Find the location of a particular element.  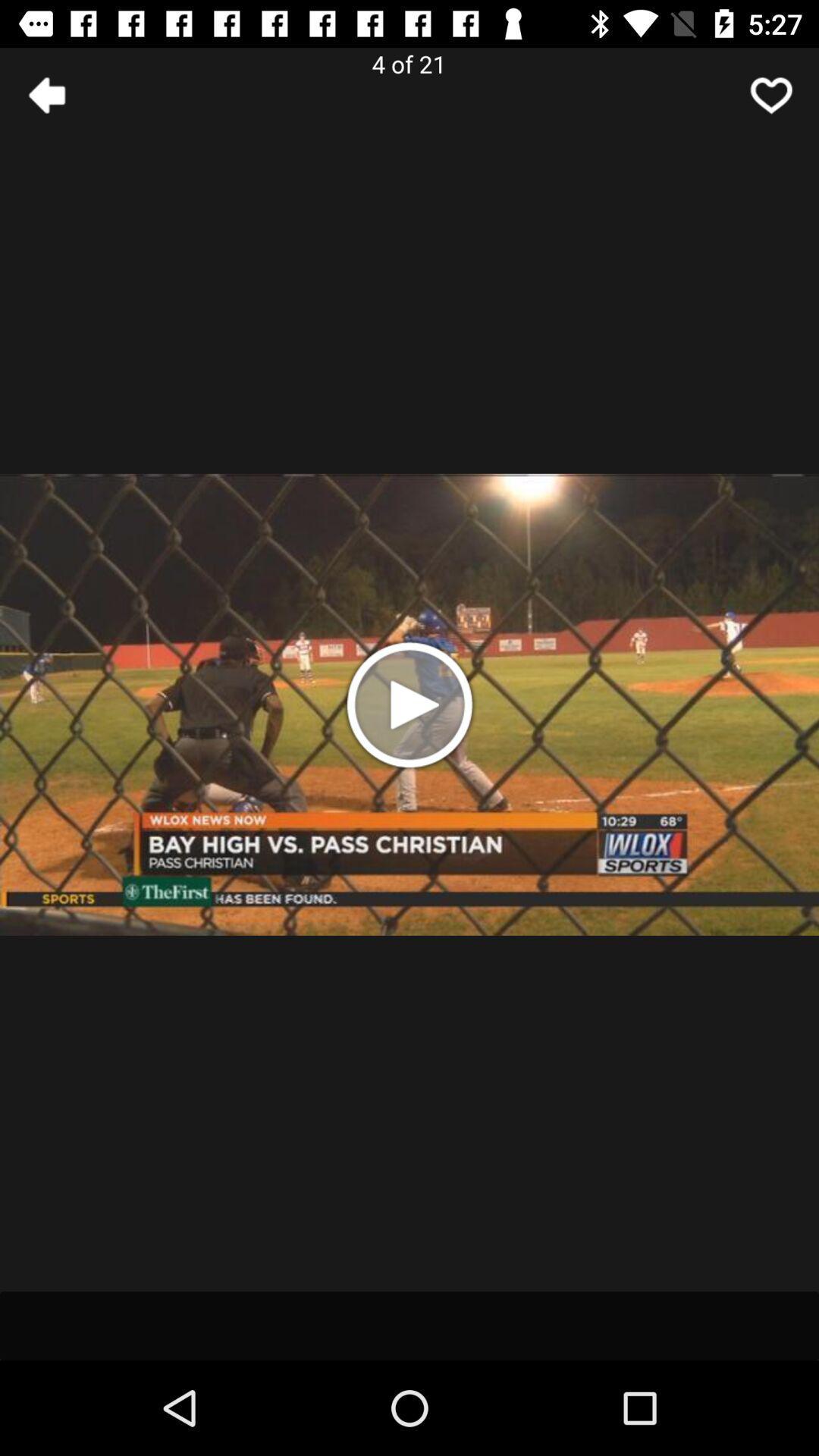

go back is located at coordinates (46, 94).